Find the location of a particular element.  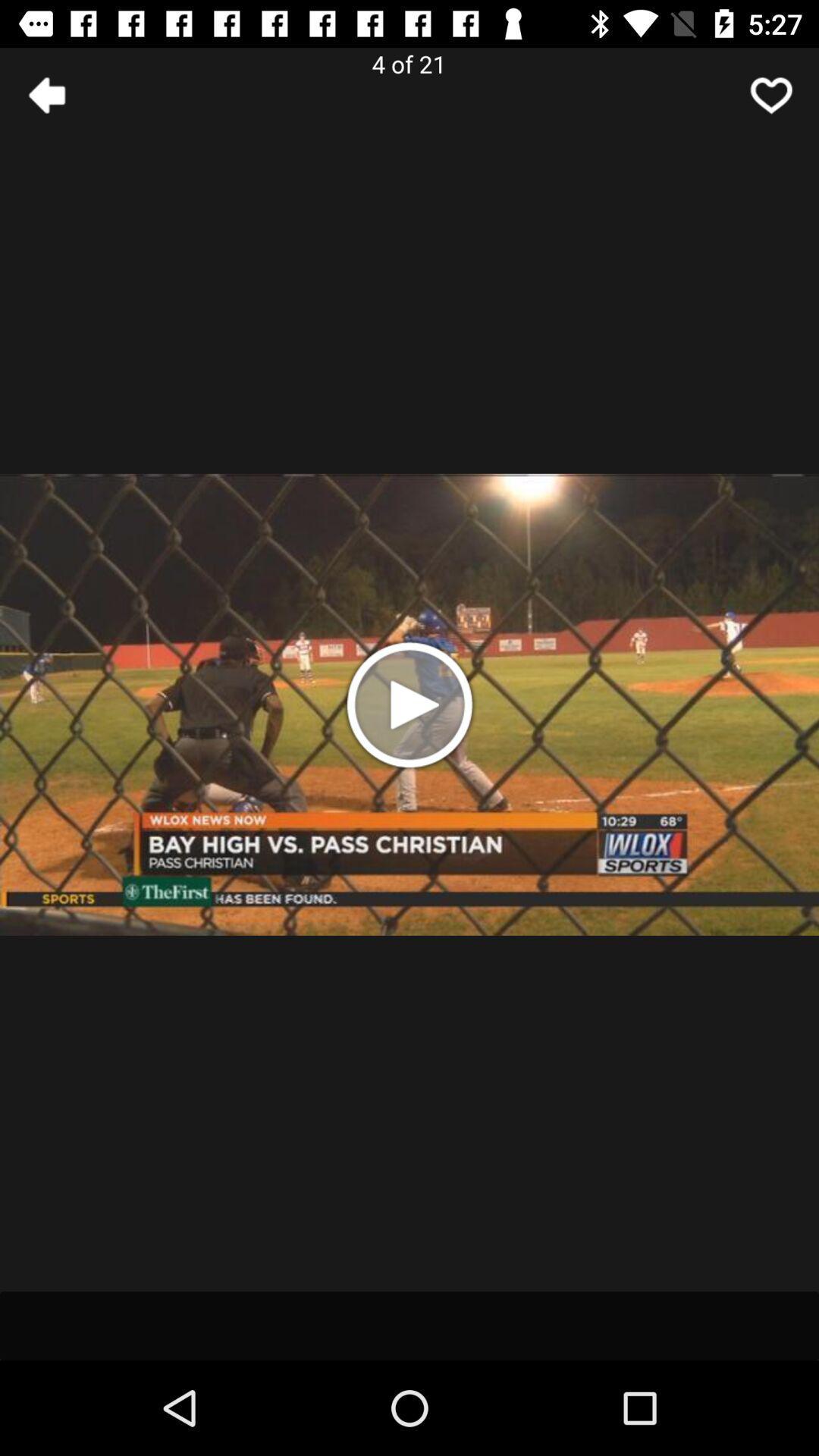

go back is located at coordinates (46, 94).